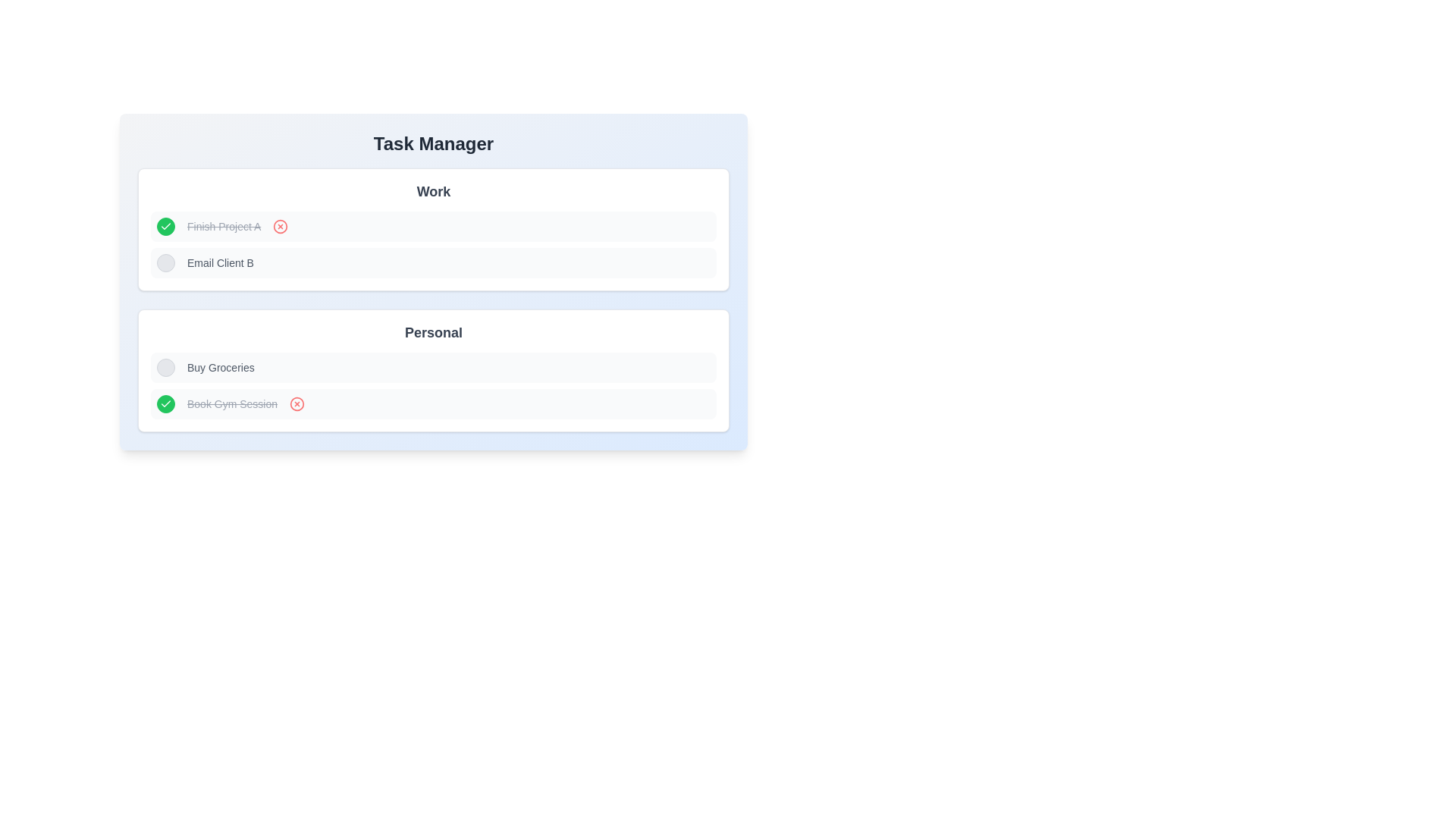 Image resolution: width=1456 pixels, height=819 pixels. I want to click on the circular graphical element with a red fill, located to the far-right of the 'Book Gym Session' task entry in the 'Personal' section of the task list, for visual cues or changes, so click(297, 403).